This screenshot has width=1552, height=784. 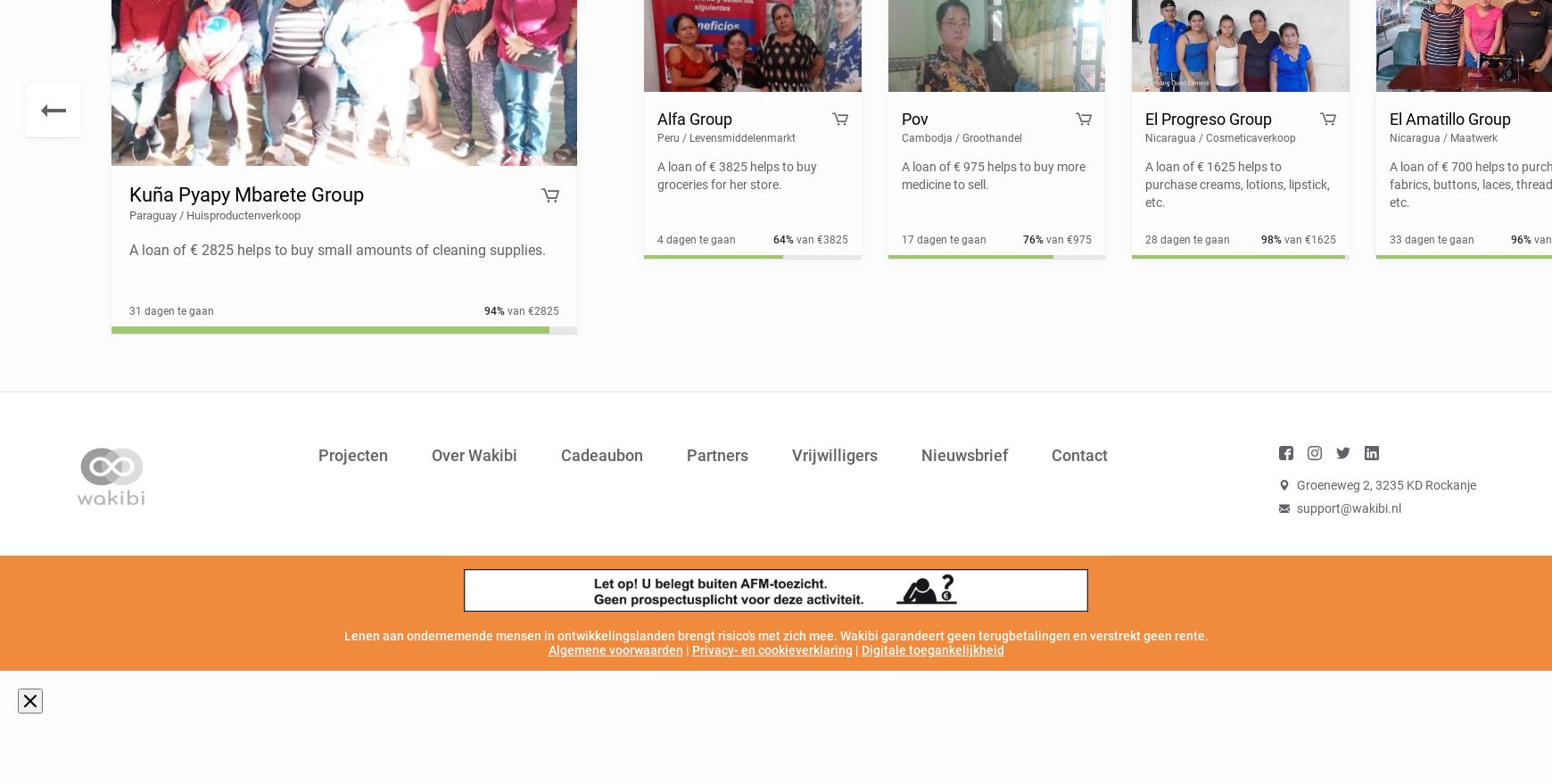 What do you see at coordinates (1449, 119) in the screenshot?
I see `'El Amatillo Group'` at bounding box center [1449, 119].